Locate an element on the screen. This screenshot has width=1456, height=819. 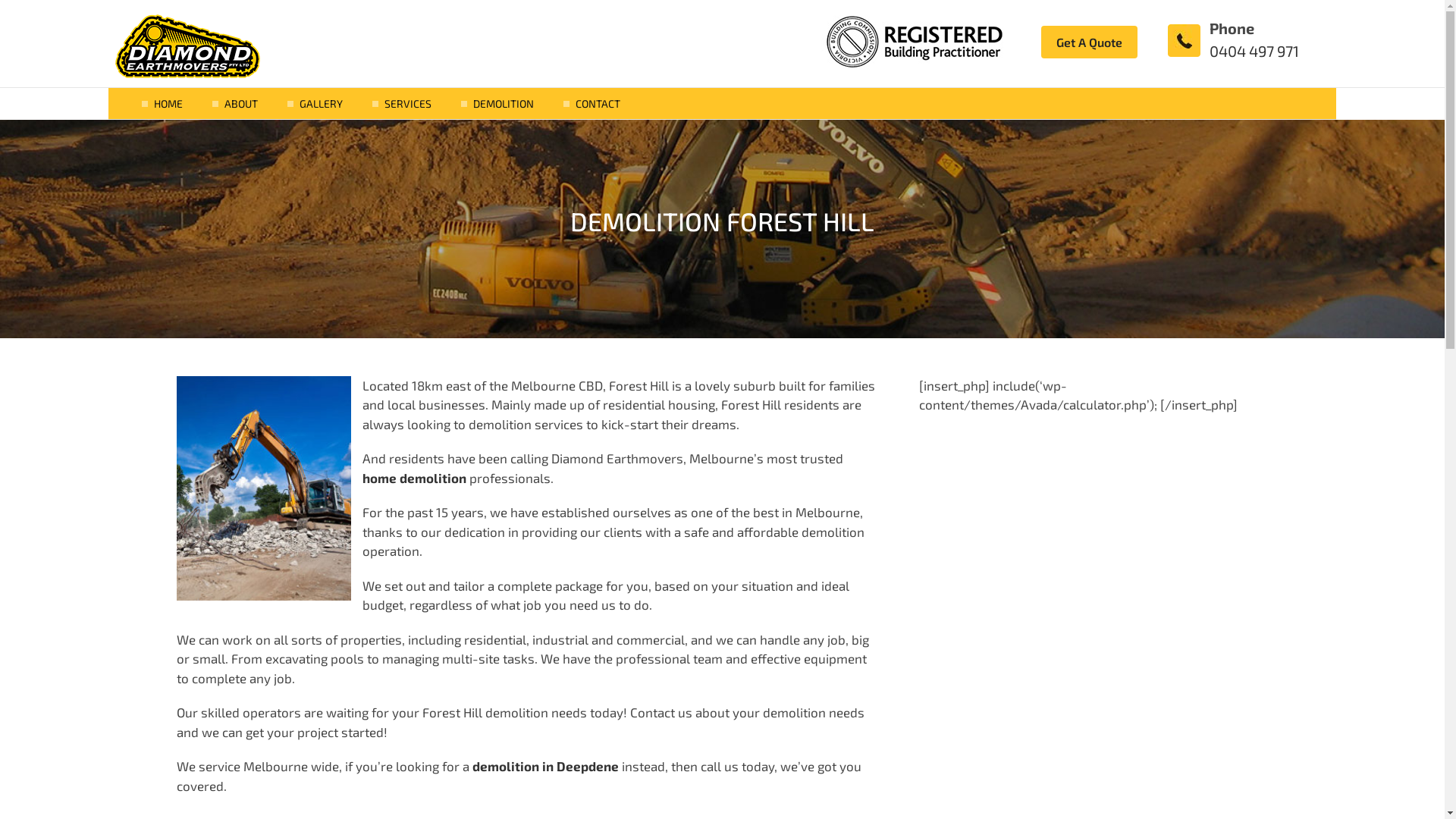
'CONTACT' is located at coordinates (574, 102).